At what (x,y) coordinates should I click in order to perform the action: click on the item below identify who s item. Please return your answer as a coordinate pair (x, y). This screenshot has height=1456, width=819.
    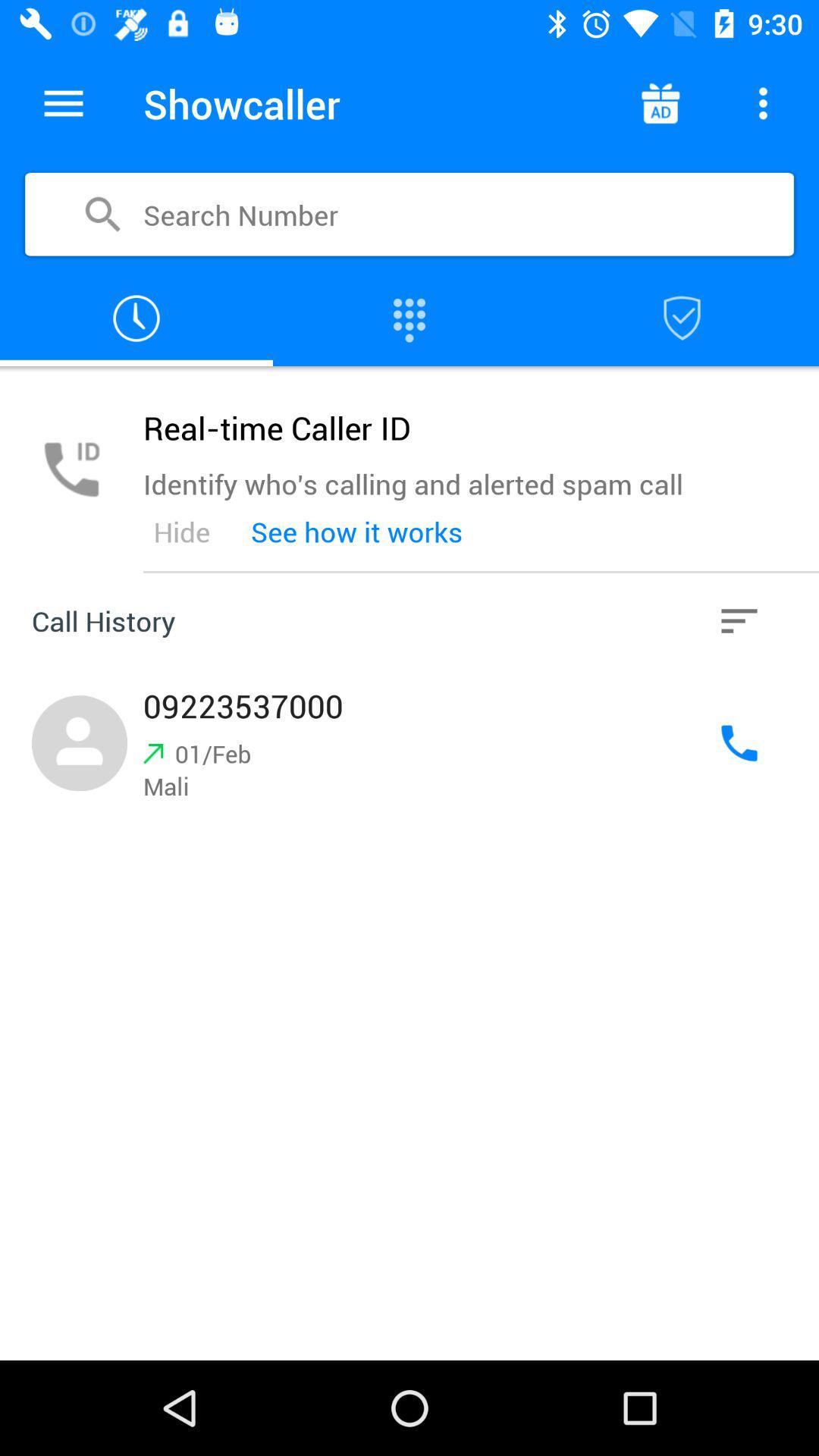
    Looking at the image, I should click on (356, 532).